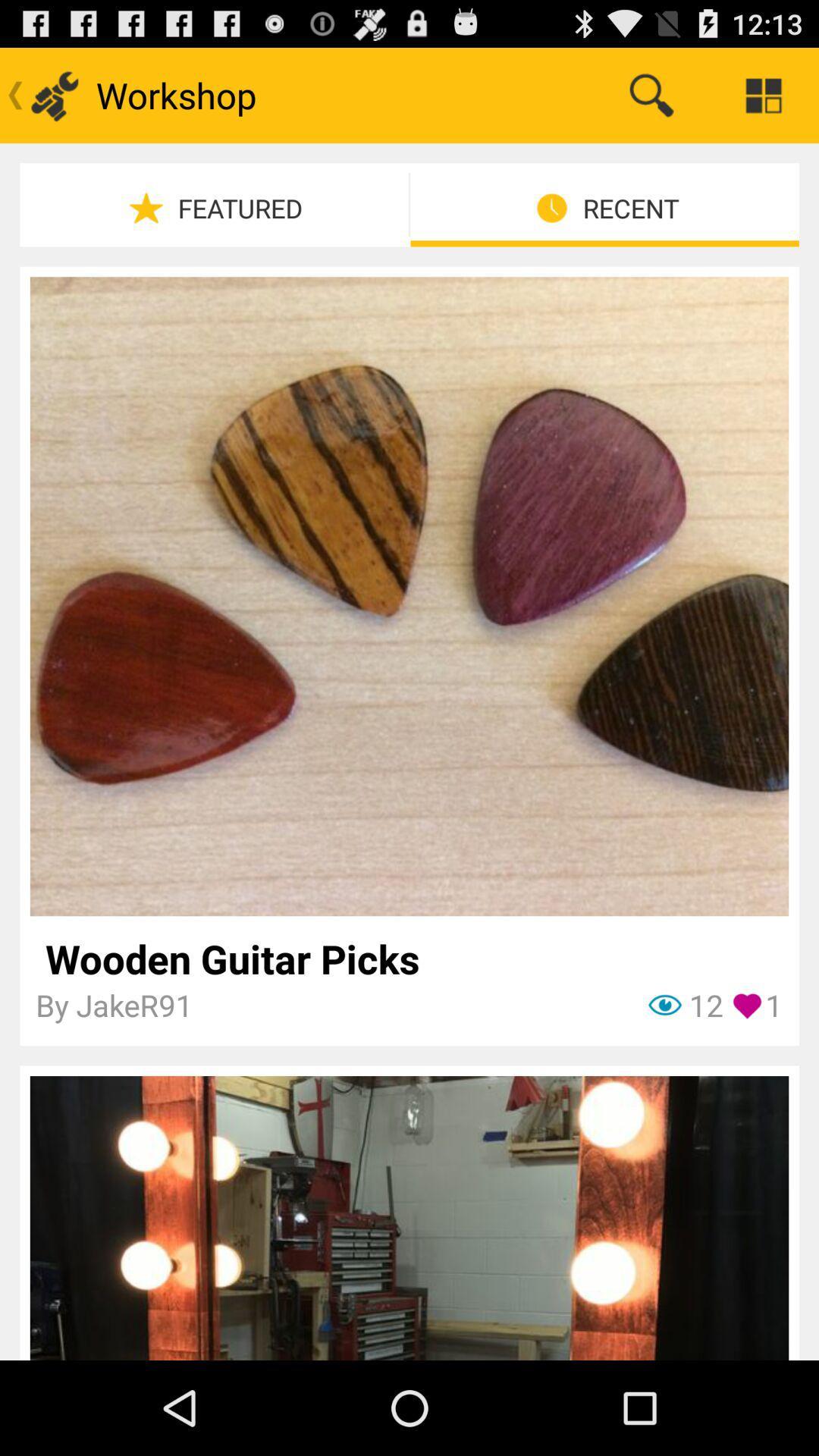 The width and height of the screenshot is (819, 1456). Describe the element at coordinates (651, 94) in the screenshot. I see `the icon above the recent item` at that location.